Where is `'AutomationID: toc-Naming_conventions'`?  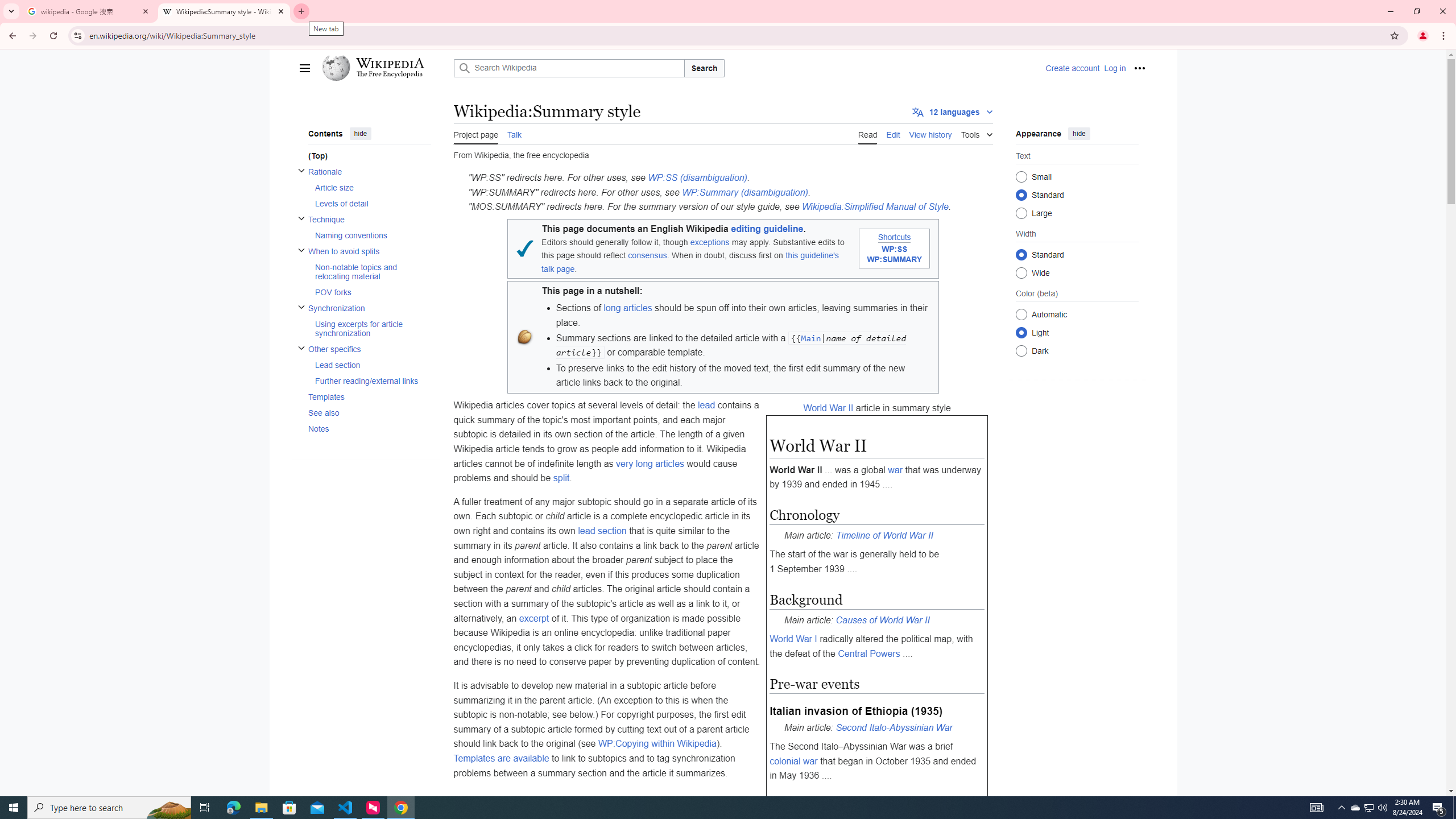 'AutomationID: toc-Naming_conventions' is located at coordinates (369, 235).